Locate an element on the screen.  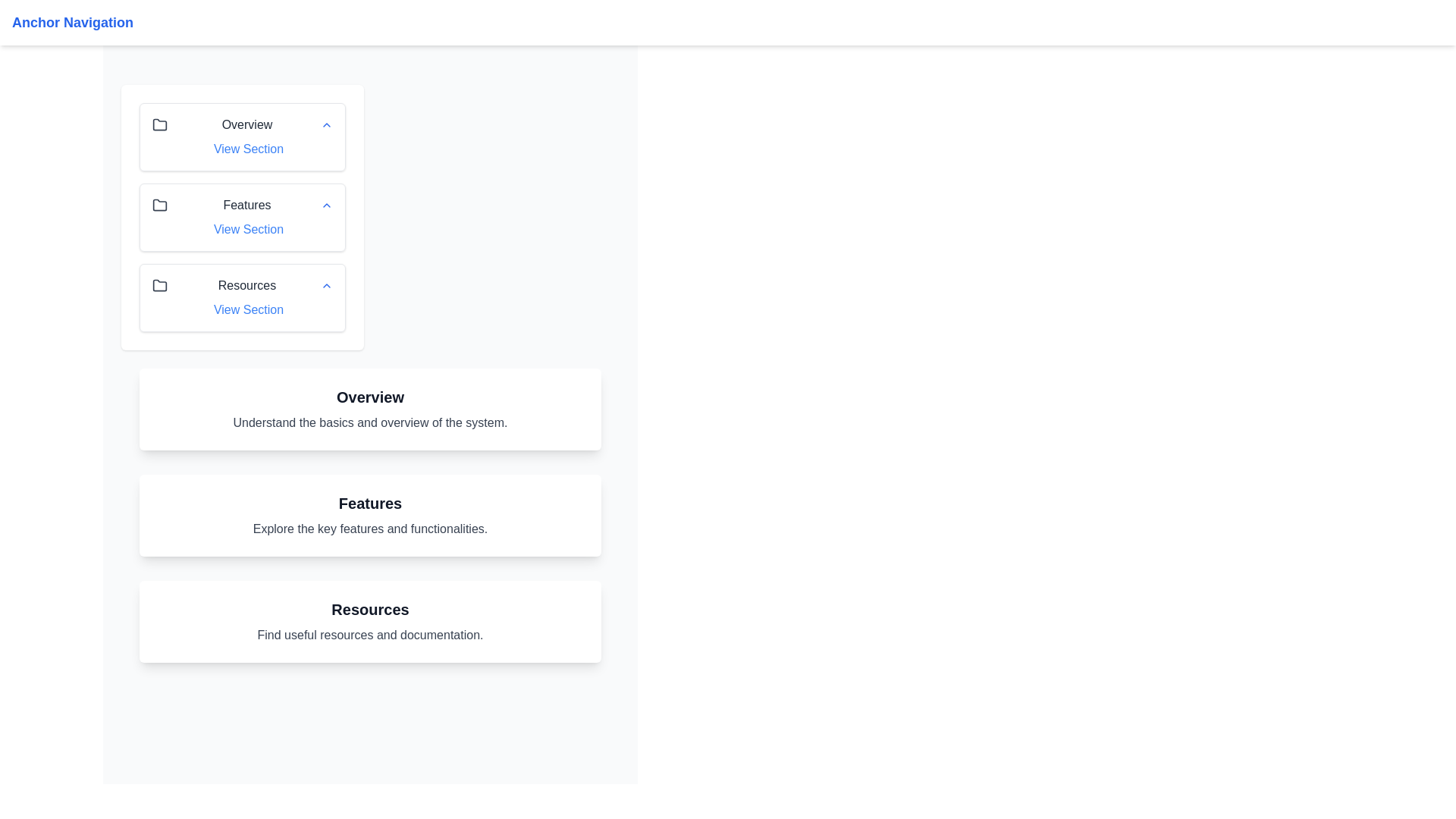
the folder icon within the stacked card navigation component located below the 'Anchor Navigation' header is located at coordinates (243, 217).